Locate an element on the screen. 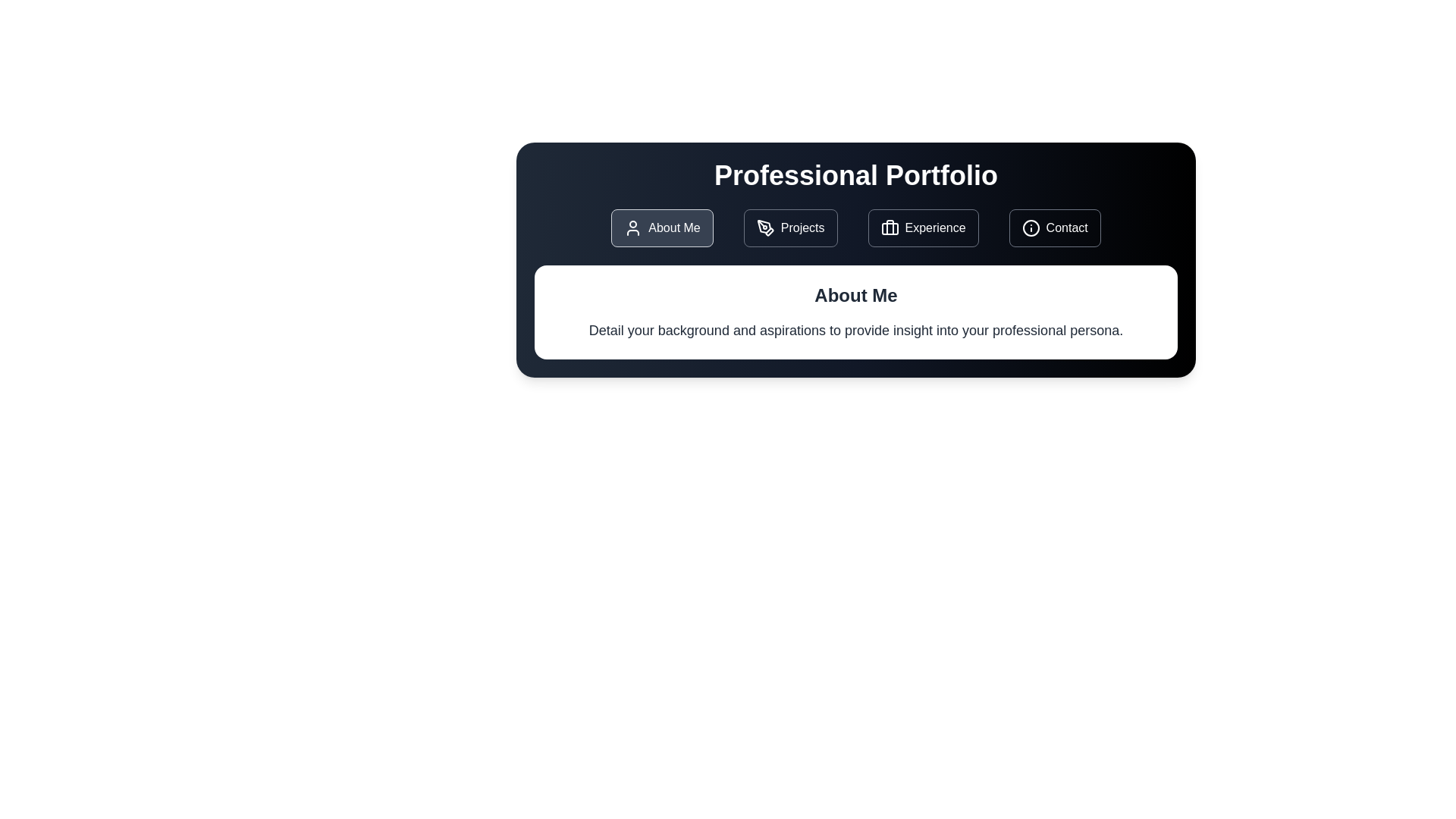 This screenshot has width=1456, height=819. the icon located within the 'Projects' button in the navigation bar, which serves as a visual cue for the button's purpose is located at coordinates (765, 227).